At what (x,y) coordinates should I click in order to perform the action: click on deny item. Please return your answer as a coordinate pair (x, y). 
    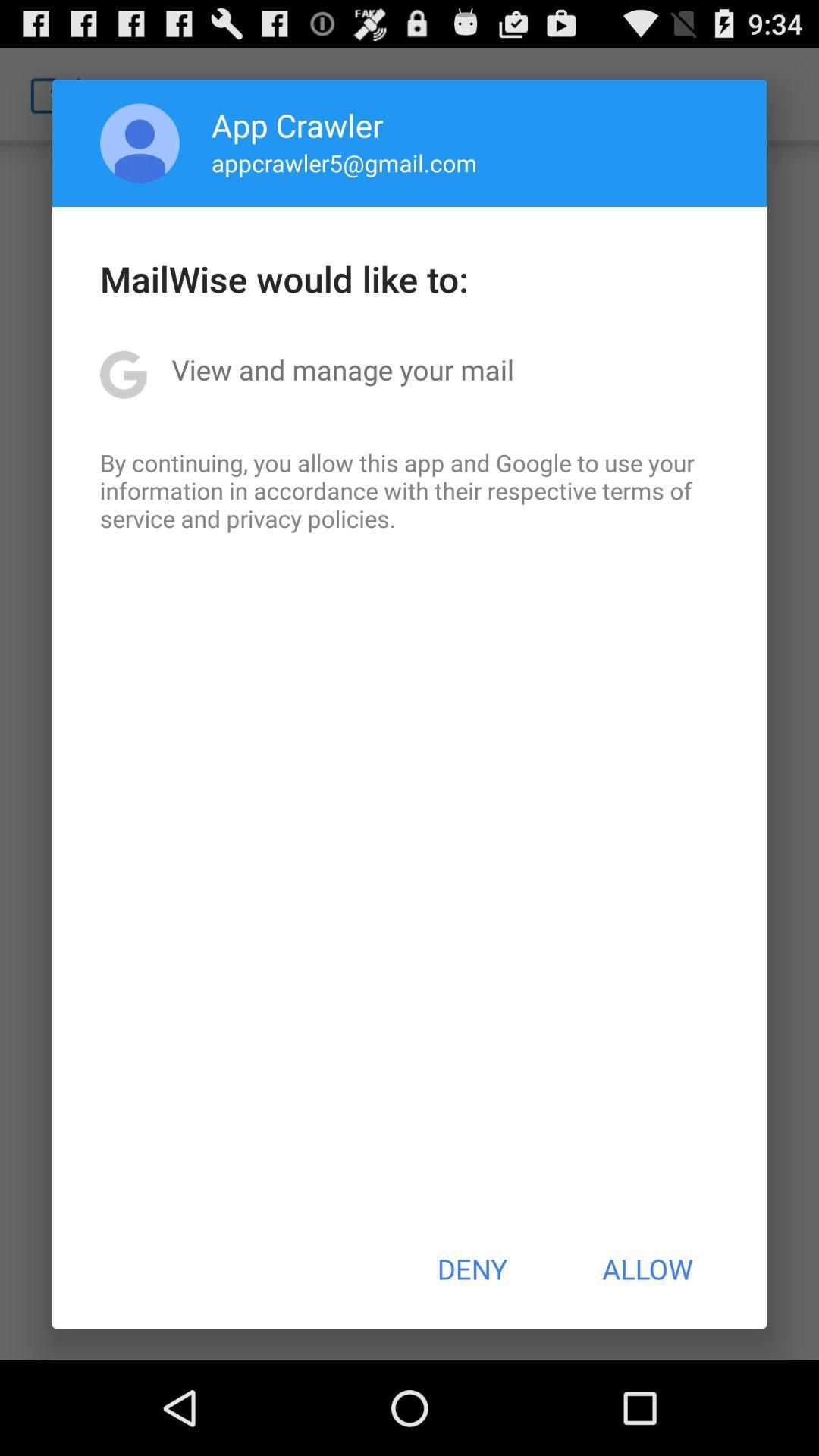
    Looking at the image, I should click on (471, 1269).